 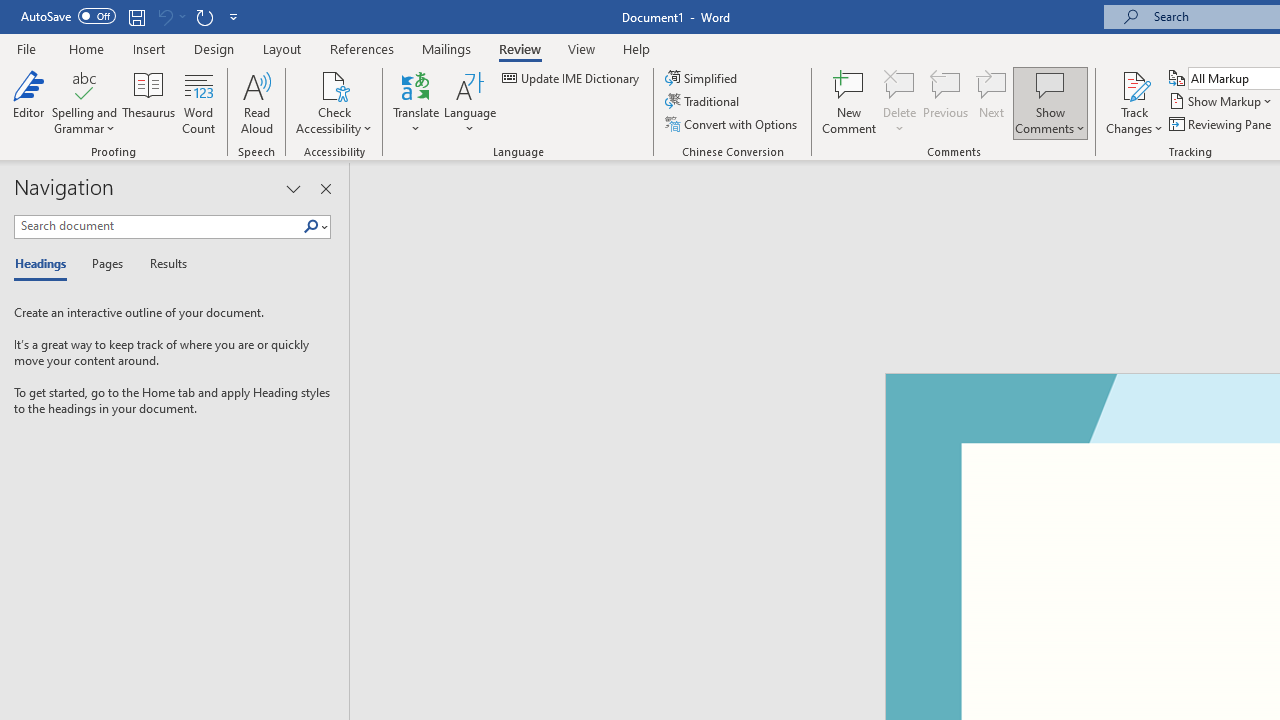 I want to click on 'Reviewing Pane', so click(x=1220, y=124).